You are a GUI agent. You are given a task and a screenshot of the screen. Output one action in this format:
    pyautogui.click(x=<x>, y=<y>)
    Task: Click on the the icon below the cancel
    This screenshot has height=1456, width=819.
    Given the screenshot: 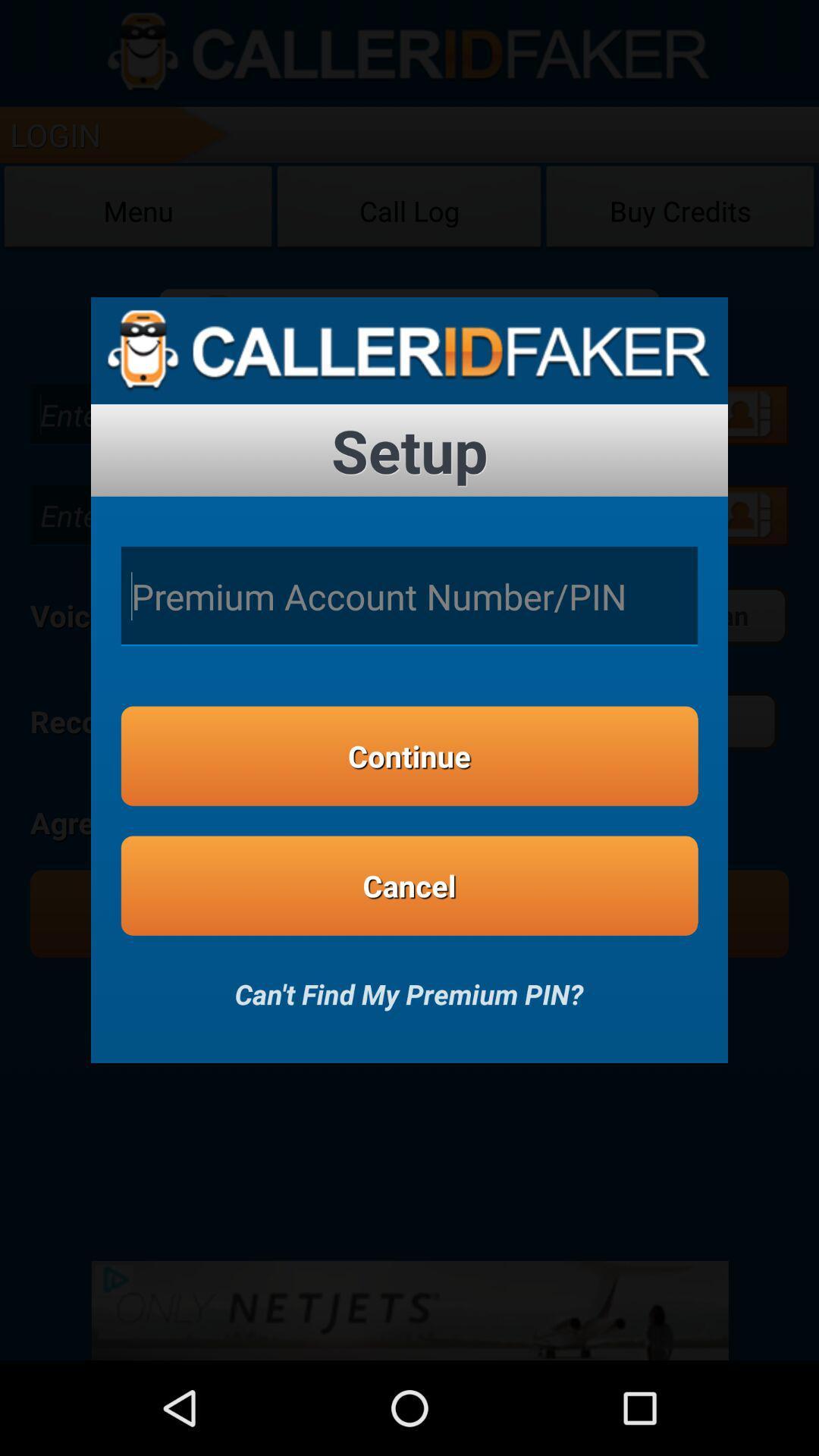 What is the action you would take?
    pyautogui.click(x=408, y=984)
    